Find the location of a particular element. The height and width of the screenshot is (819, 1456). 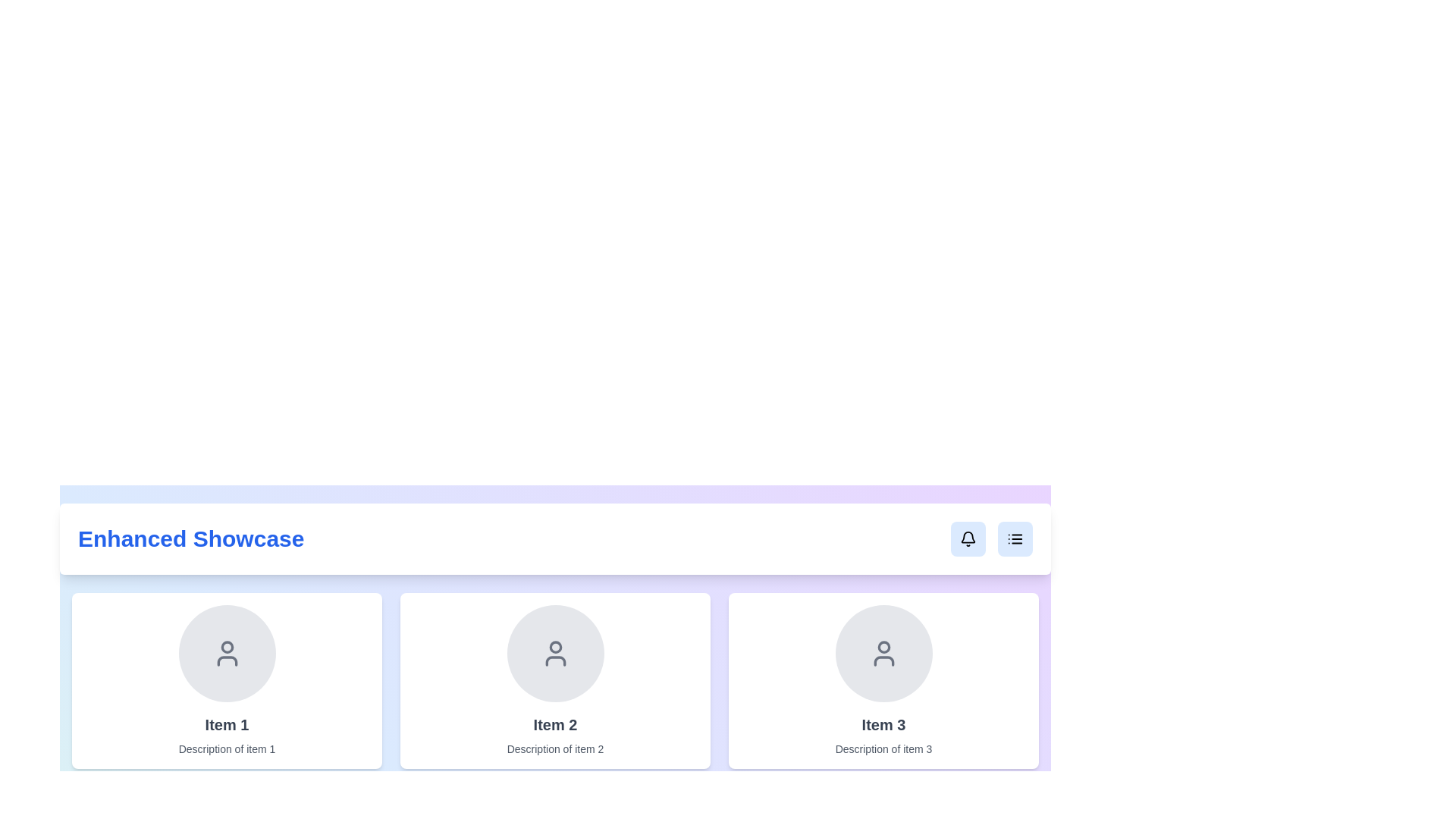

the text label displaying 'Description of item 1', which is located at the bottom of a card layout directly under the title 'Item 1' is located at coordinates (226, 748).